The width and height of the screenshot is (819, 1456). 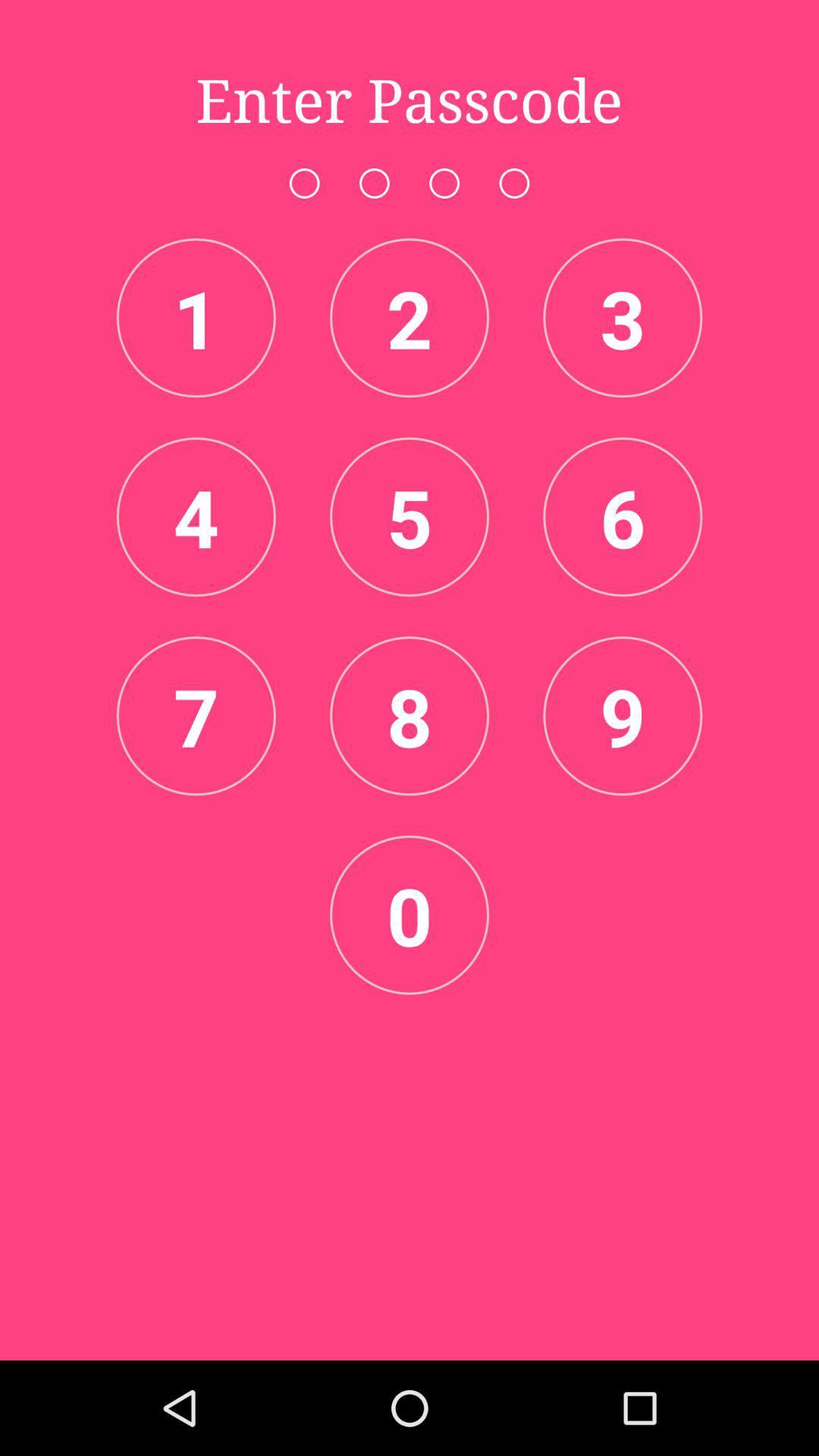 What do you see at coordinates (195, 715) in the screenshot?
I see `the icon next to the 8` at bounding box center [195, 715].